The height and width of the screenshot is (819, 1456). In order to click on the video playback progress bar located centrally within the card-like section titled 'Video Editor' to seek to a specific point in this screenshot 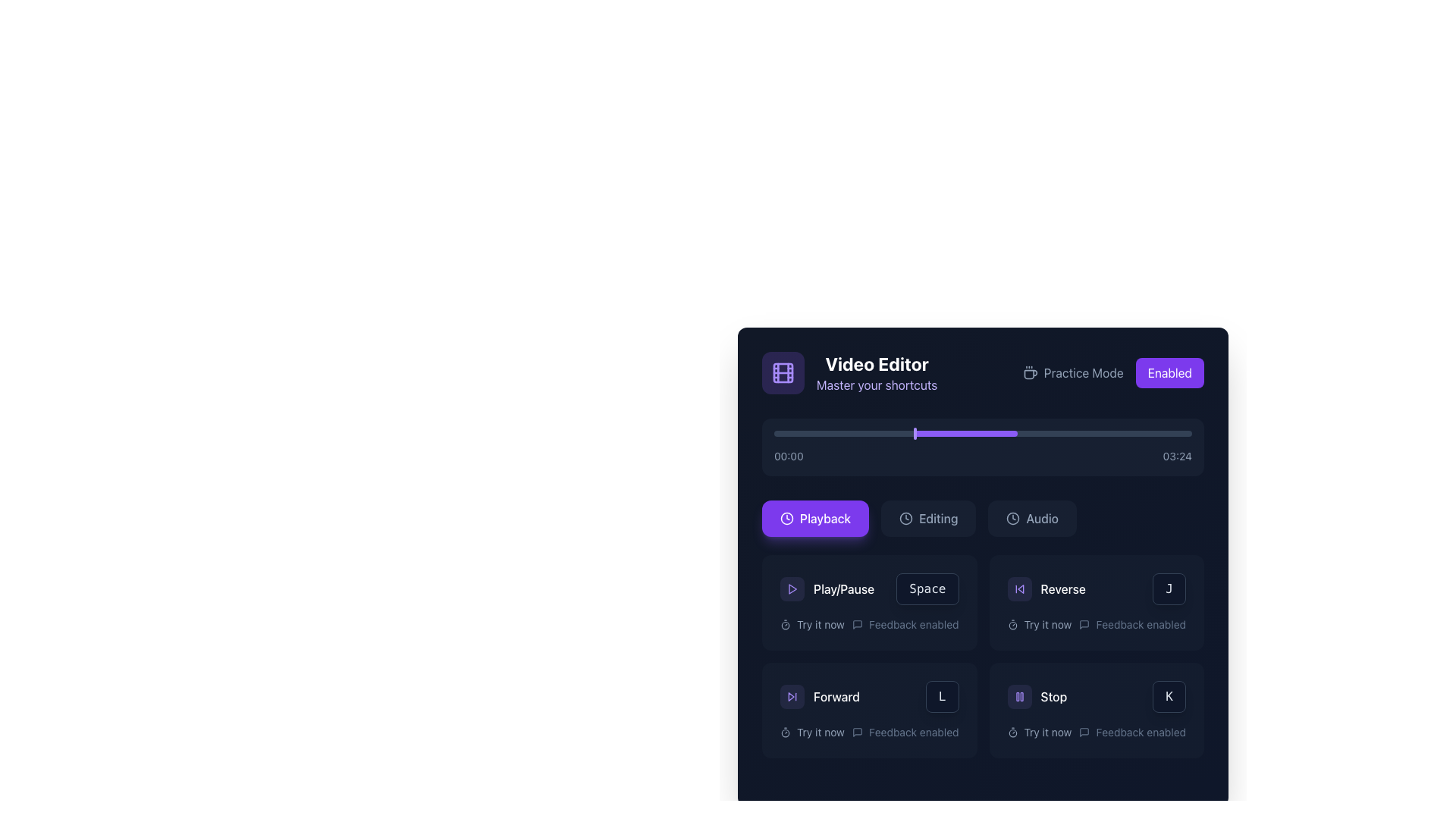, I will do `click(983, 447)`.